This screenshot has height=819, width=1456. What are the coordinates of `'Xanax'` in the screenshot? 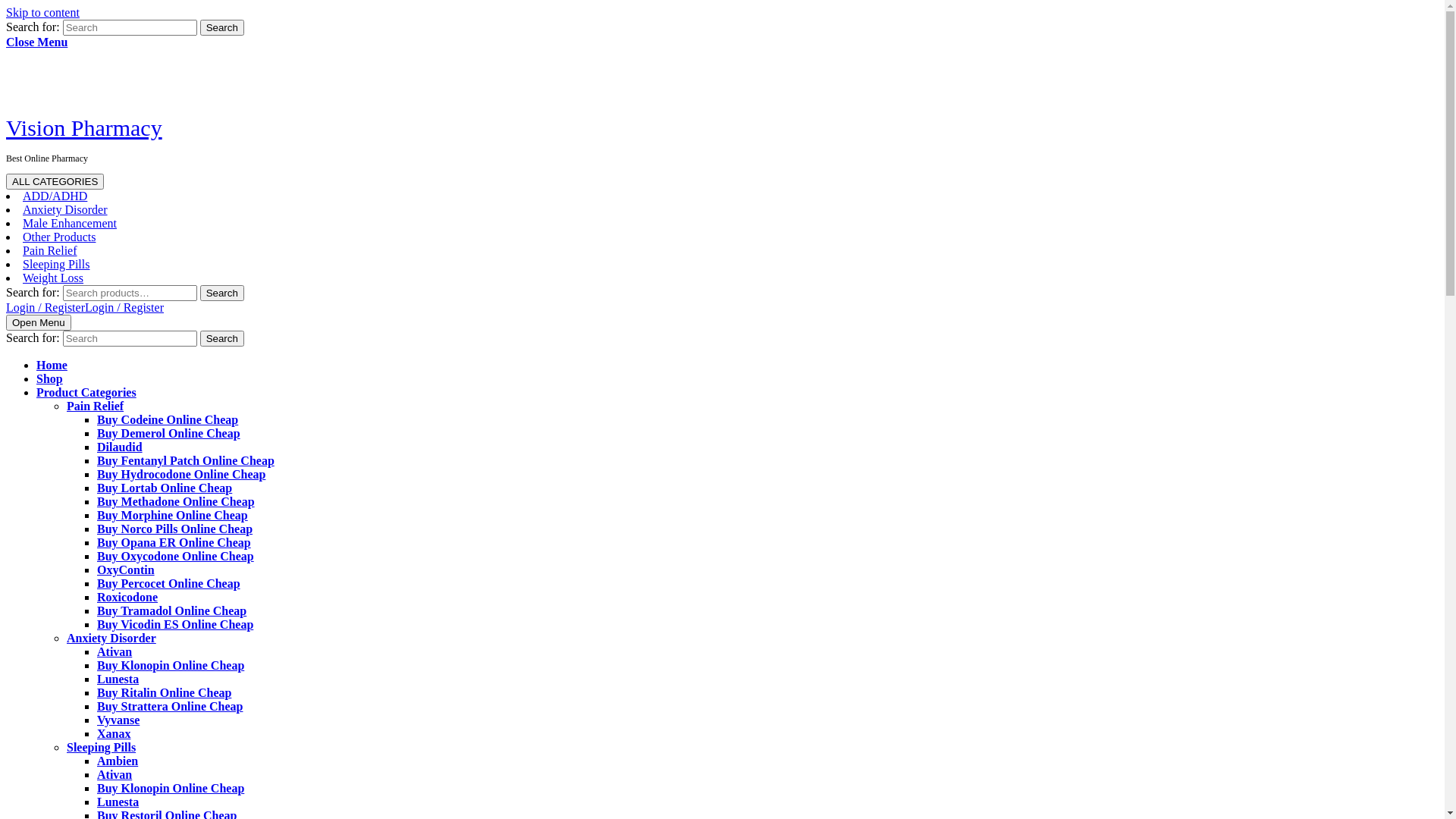 It's located at (112, 733).